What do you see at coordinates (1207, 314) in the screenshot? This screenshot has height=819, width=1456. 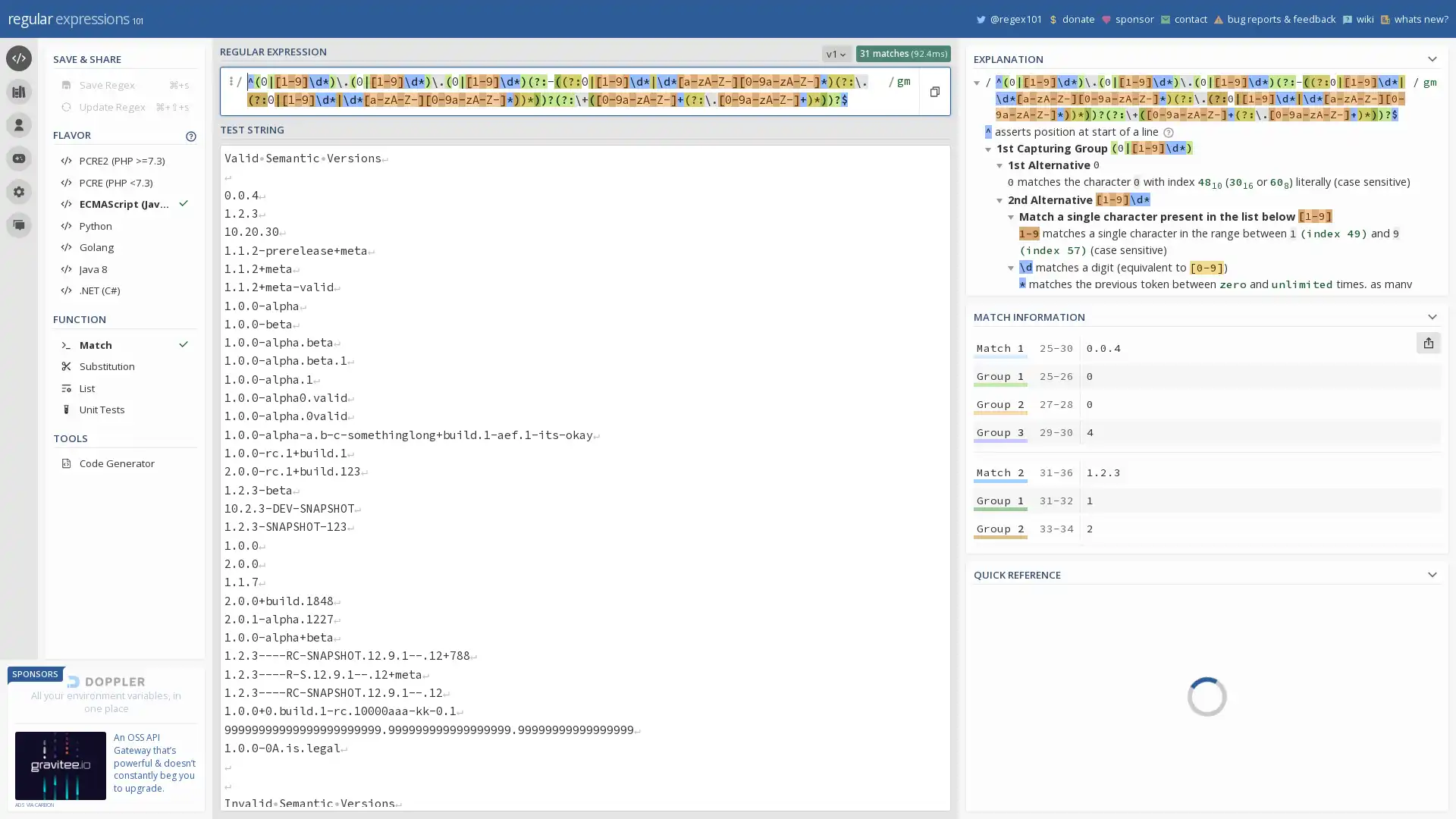 I see `MATCH INFORMATION` at bounding box center [1207, 314].